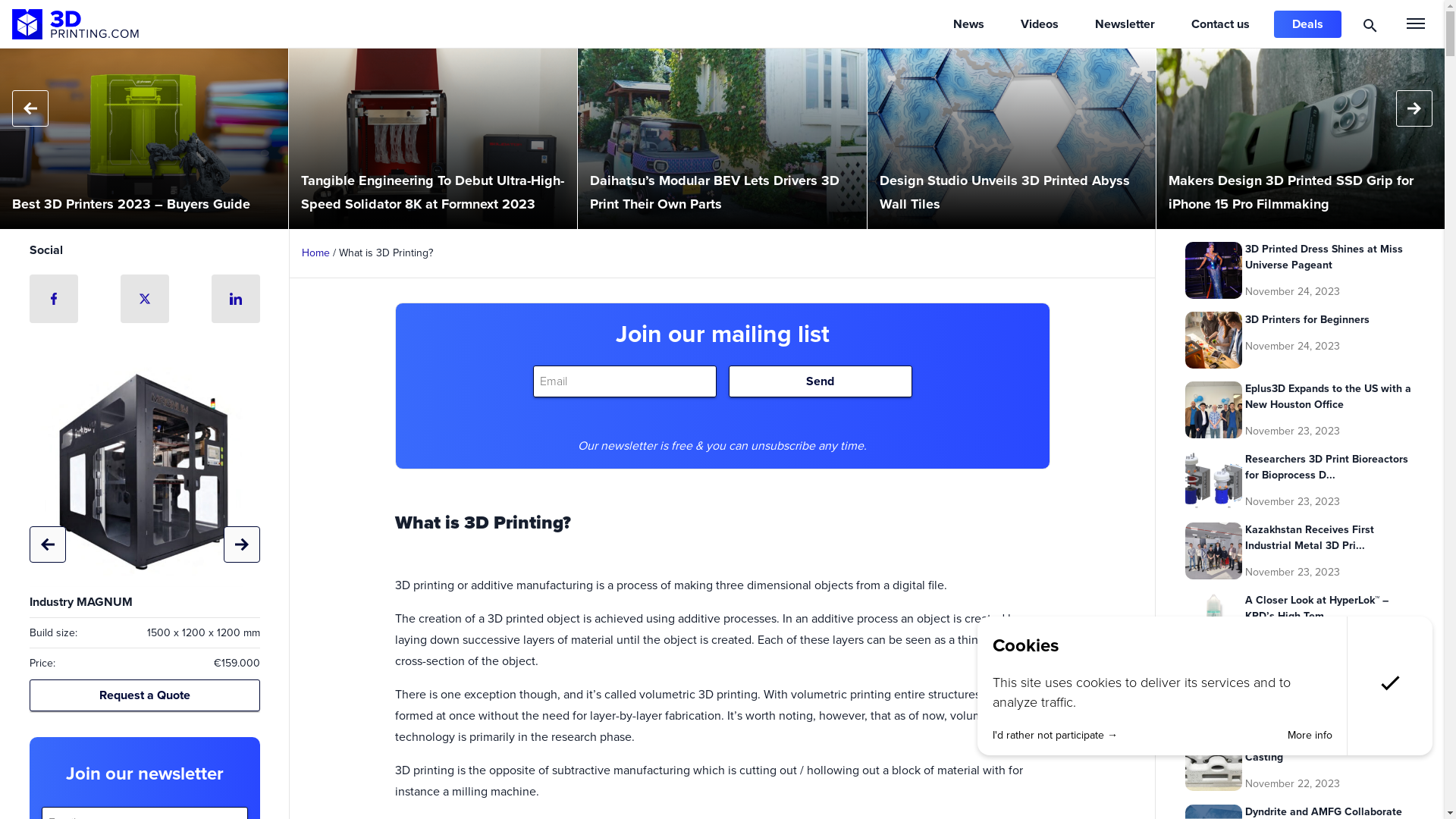  What do you see at coordinates (934, 24) in the screenshot?
I see `'News'` at bounding box center [934, 24].